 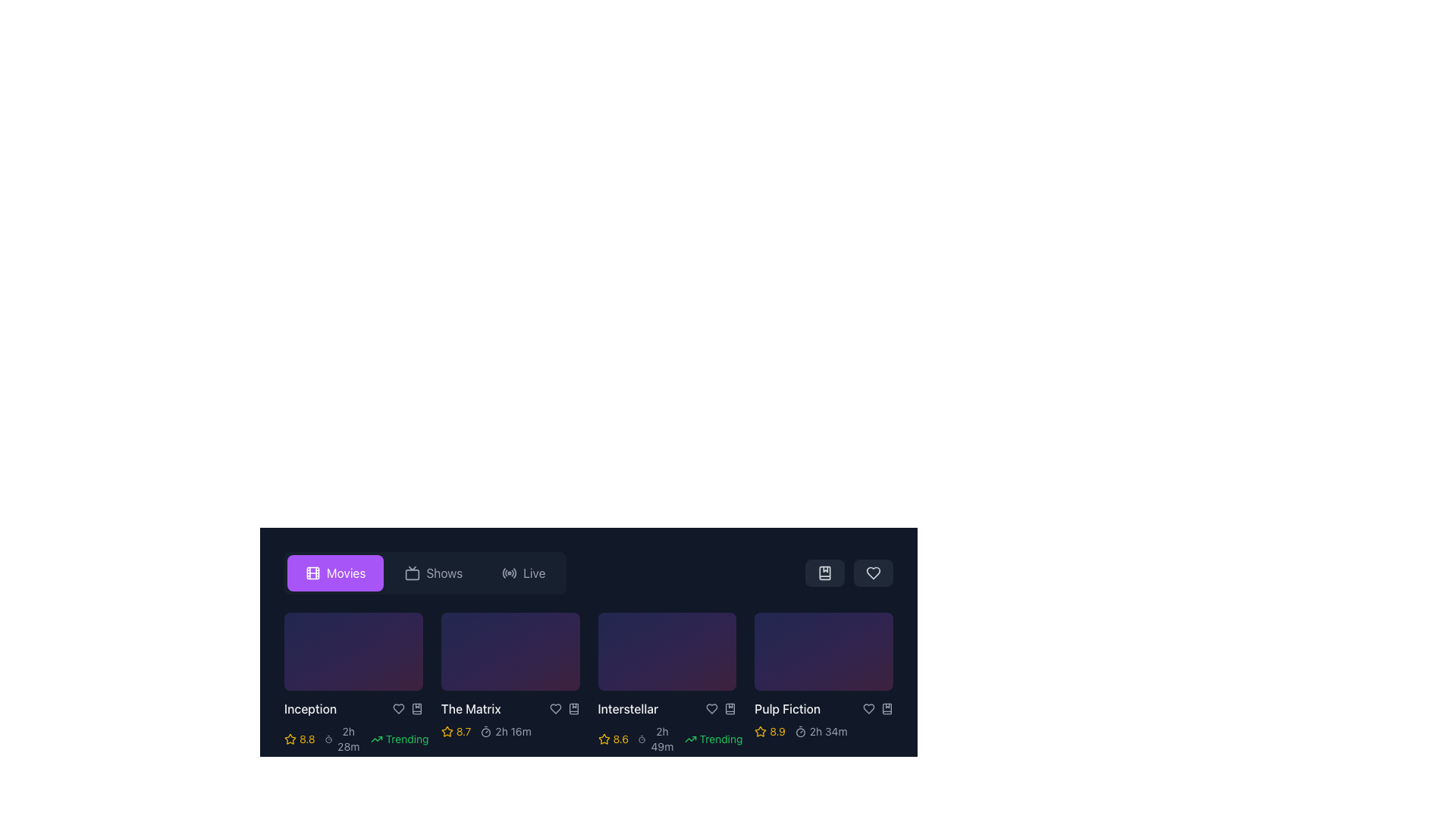 I want to click on the bookmark icon located at the bottom-right corner of the second movie card titled 'The Matrix', so click(x=416, y=708).